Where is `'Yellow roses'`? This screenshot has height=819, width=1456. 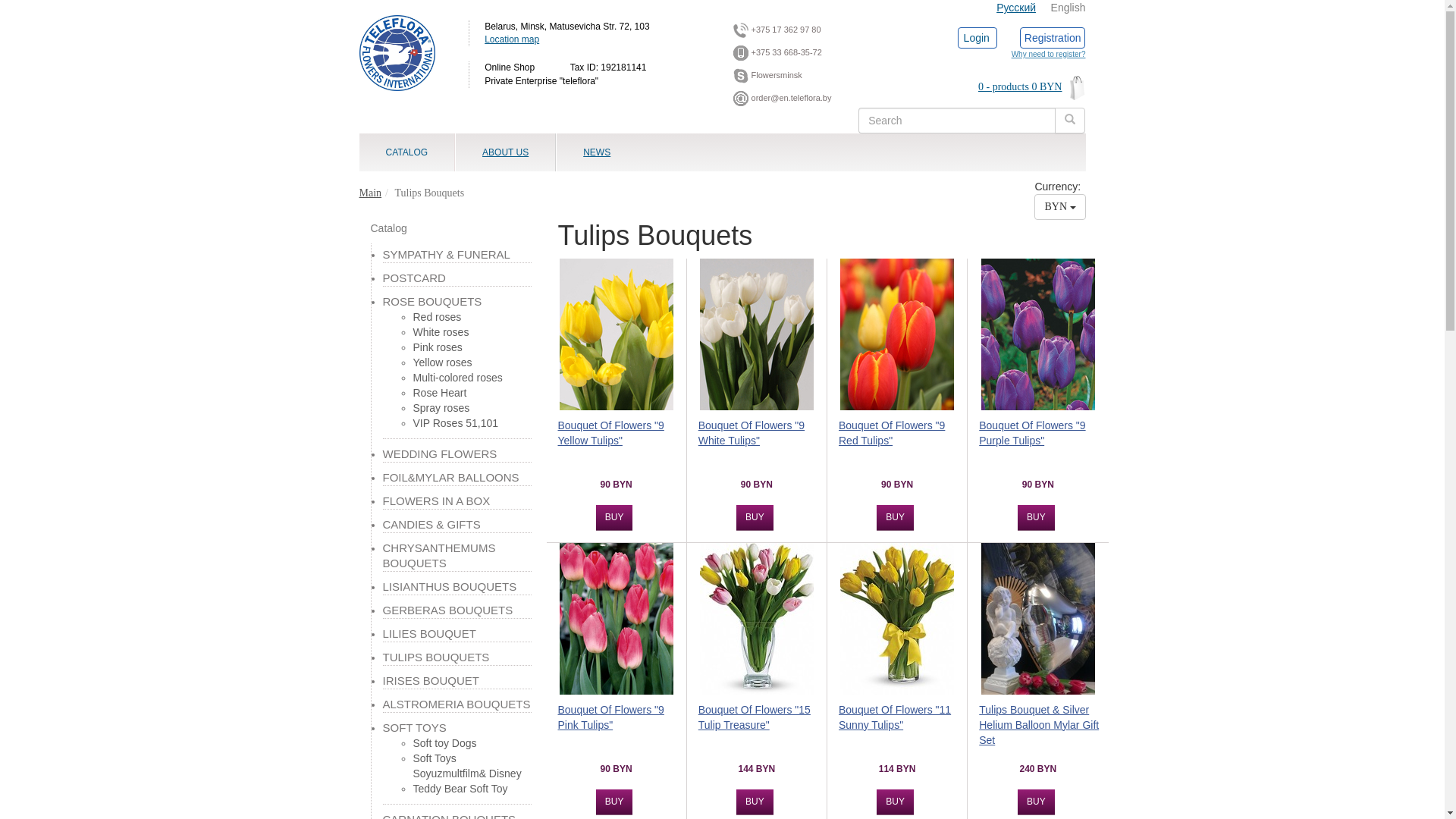 'Yellow roses' is located at coordinates (441, 362).